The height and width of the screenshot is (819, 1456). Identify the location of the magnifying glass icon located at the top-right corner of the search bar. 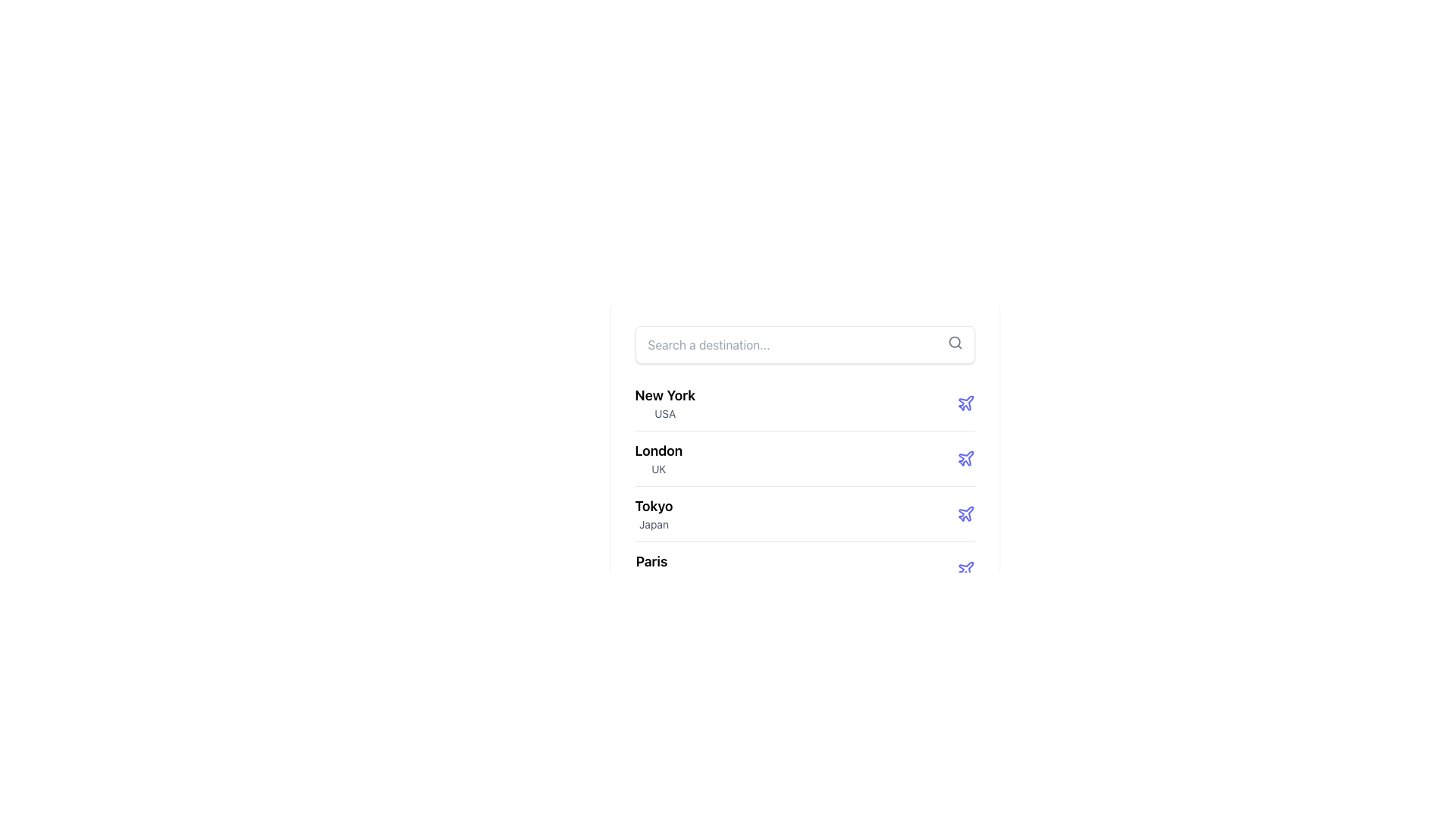
(954, 342).